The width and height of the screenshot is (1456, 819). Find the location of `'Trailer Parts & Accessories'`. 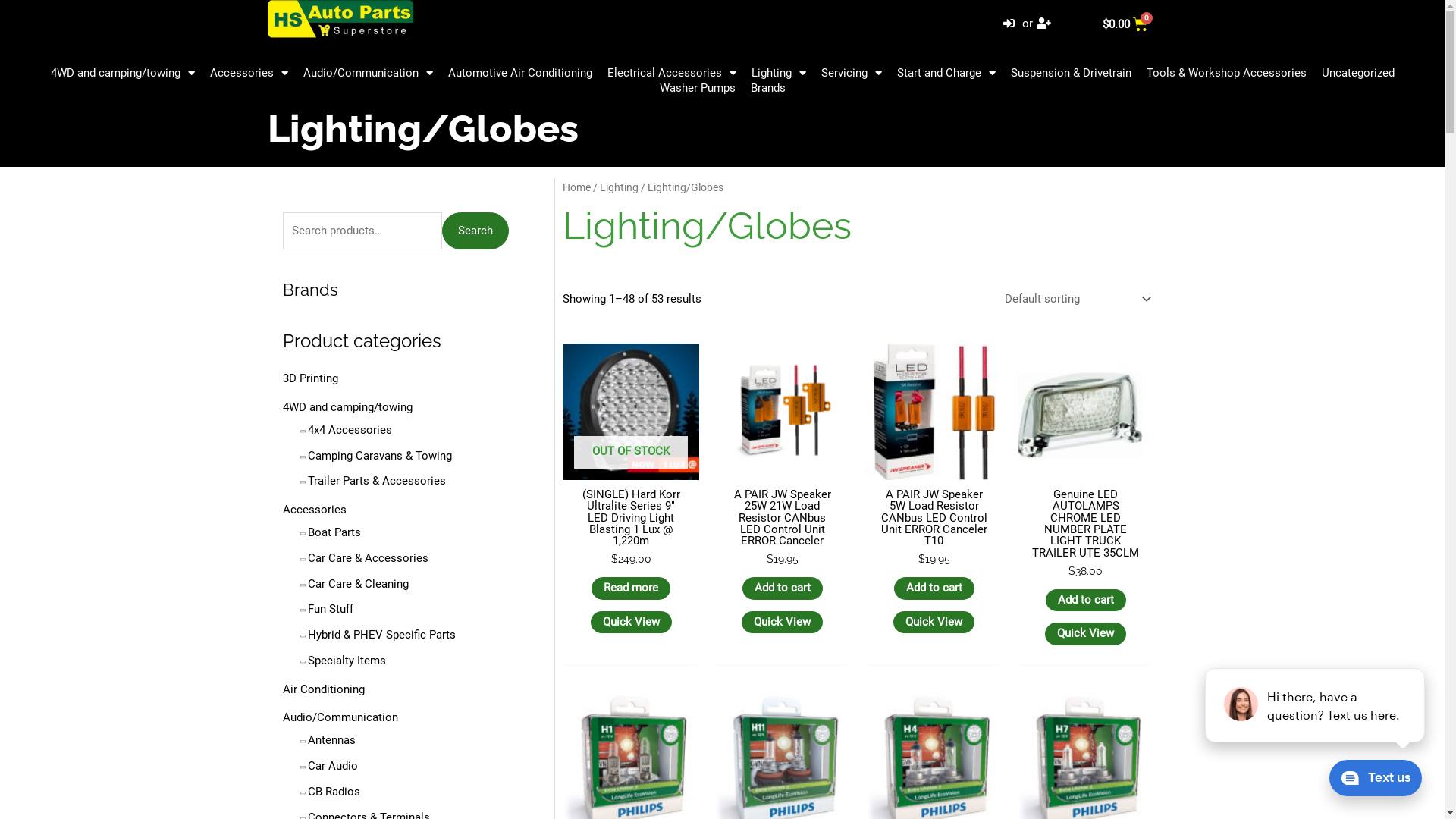

'Trailer Parts & Accessories' is located at coordinates (377, 480).